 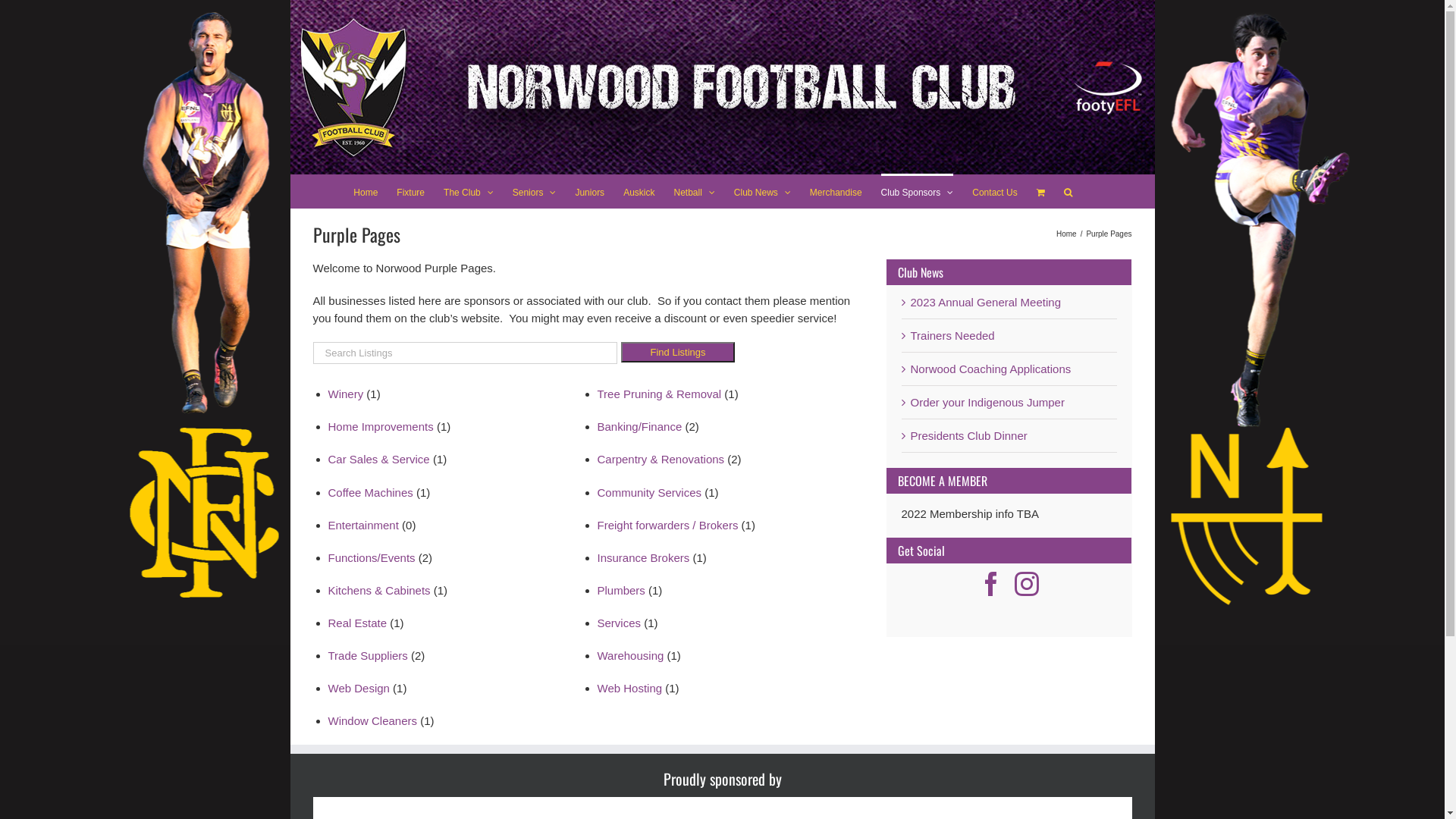 What do you see at coordinates (916, 190) in the screenshot?
I see `'Club Sponsors'` at bounding box center [916, 190].